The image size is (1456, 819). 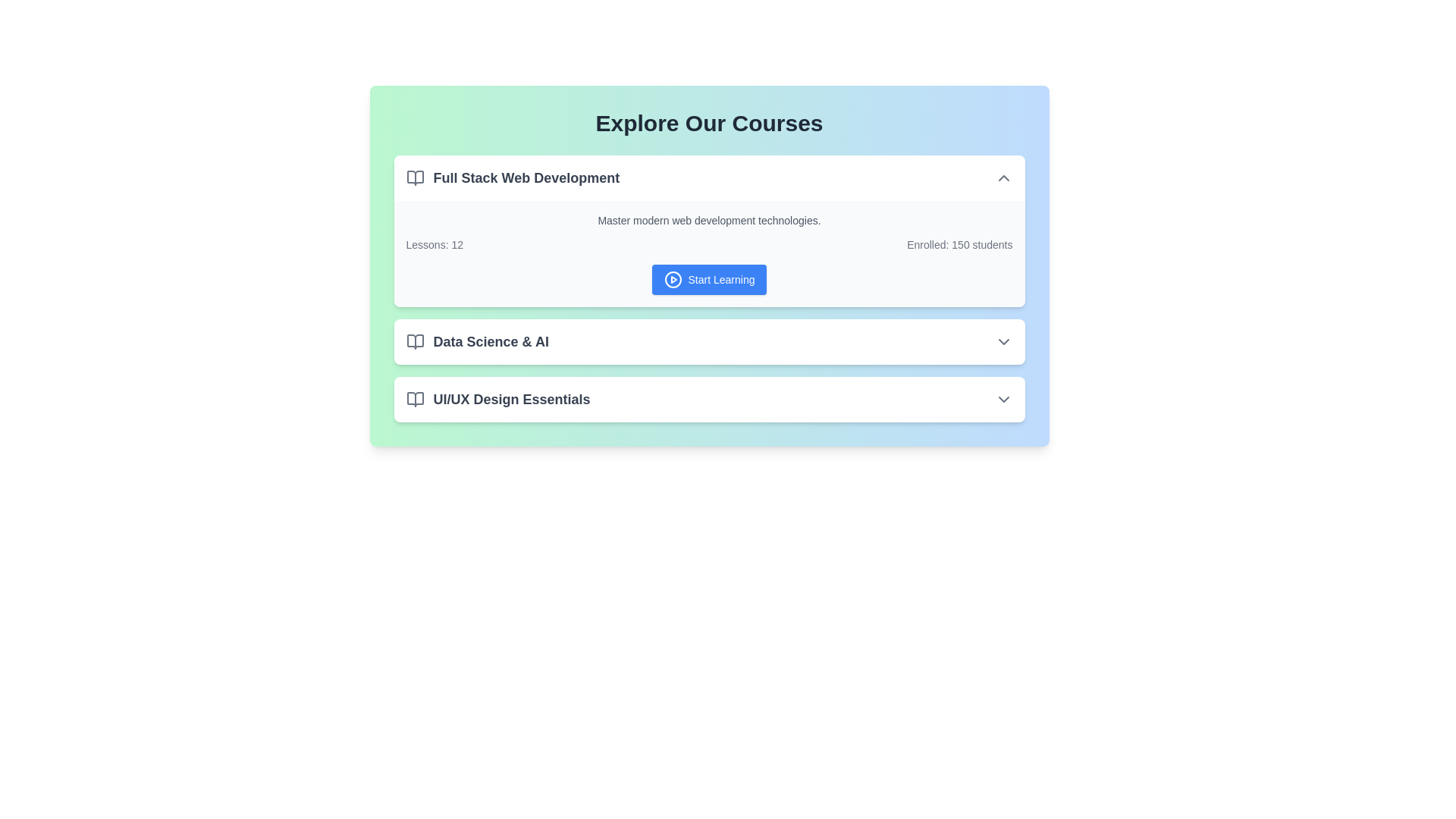 What do you see at coordinates (498, 399) in the screenshot?
I see `keyboard navigation` at bounding box center [498, 399].